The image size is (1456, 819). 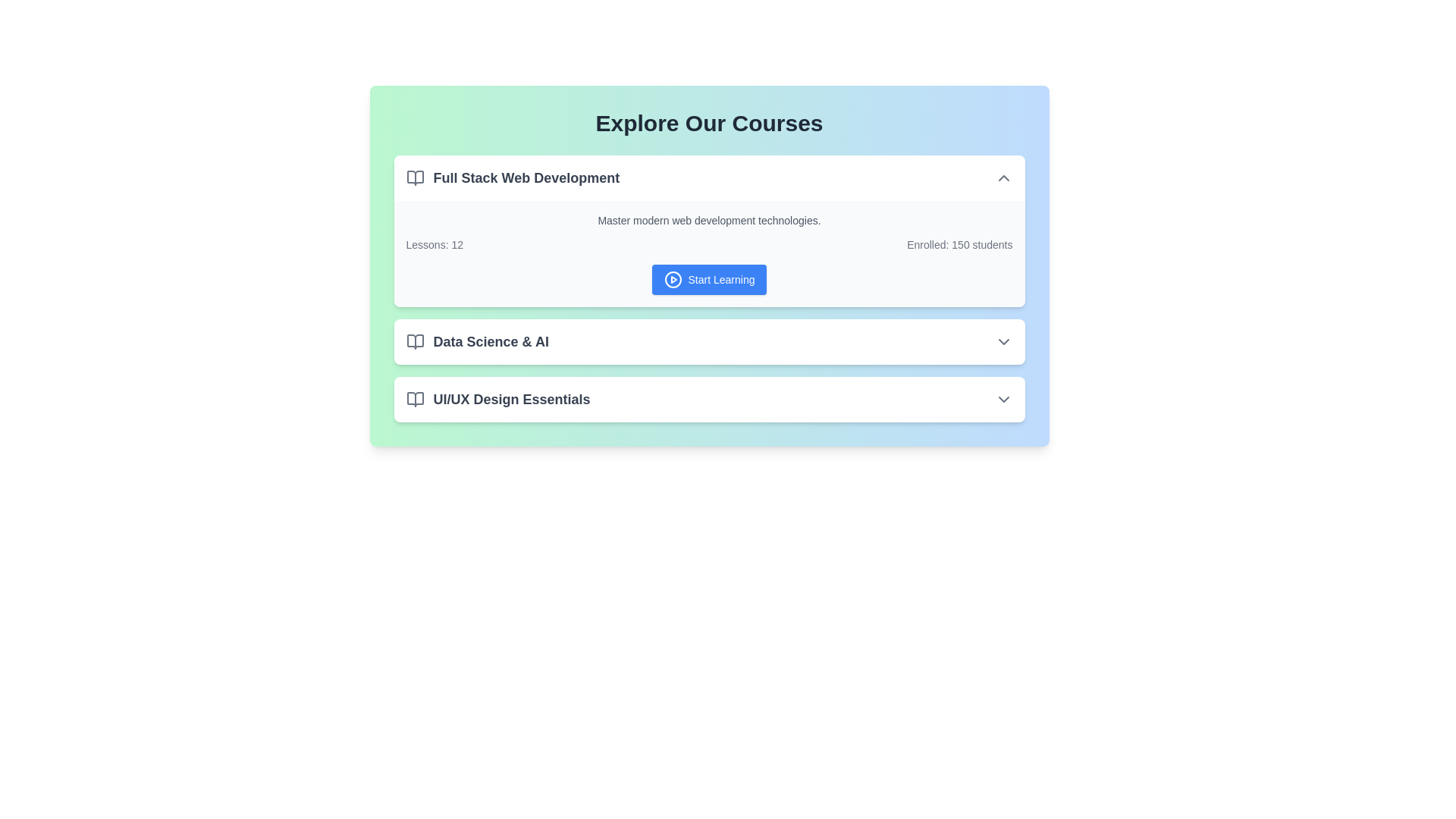 What do you see at coordinates (498, 399) in the screenshot?
I see `keyboard navigation` at bounding box center [498, 399].